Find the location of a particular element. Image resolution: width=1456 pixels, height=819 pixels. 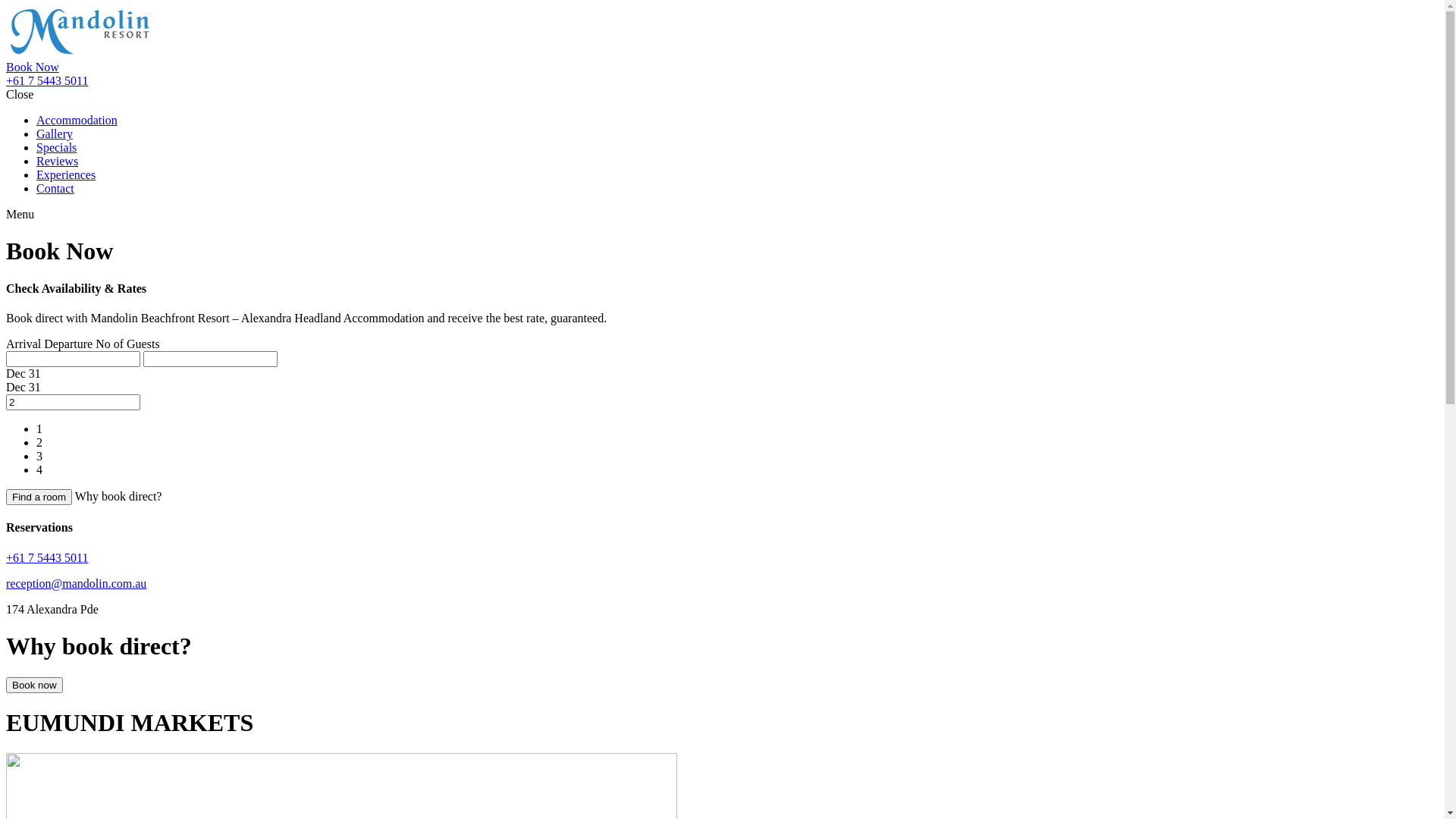

'Why book direct?' is located at coordinates (118, 496).